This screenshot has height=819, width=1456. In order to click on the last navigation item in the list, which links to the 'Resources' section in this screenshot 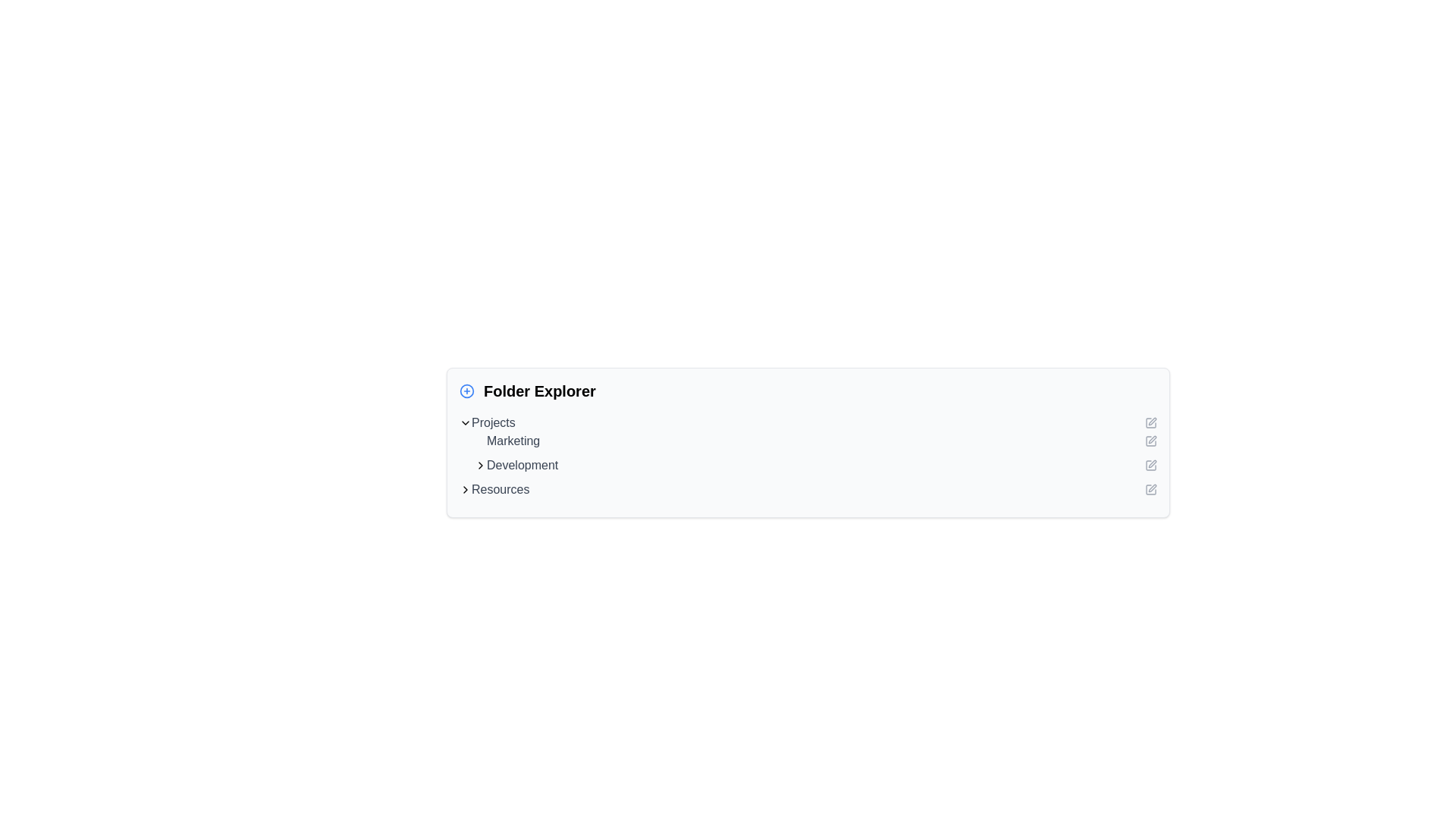, I will do `click(807, 489)`.